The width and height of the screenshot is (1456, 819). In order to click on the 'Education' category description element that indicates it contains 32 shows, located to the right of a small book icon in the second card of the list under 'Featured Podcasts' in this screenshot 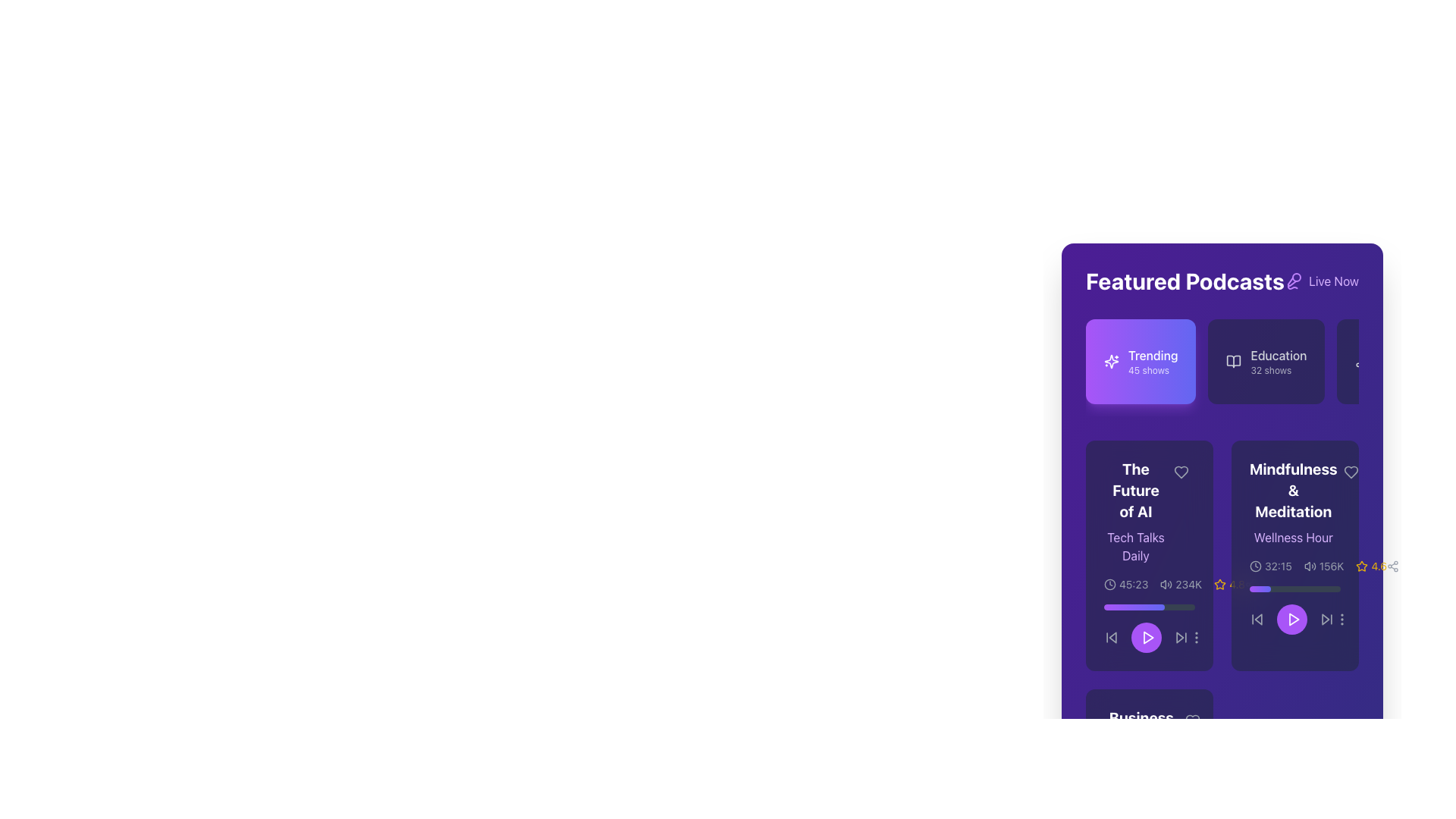, I will do `click(1278, 362)`.